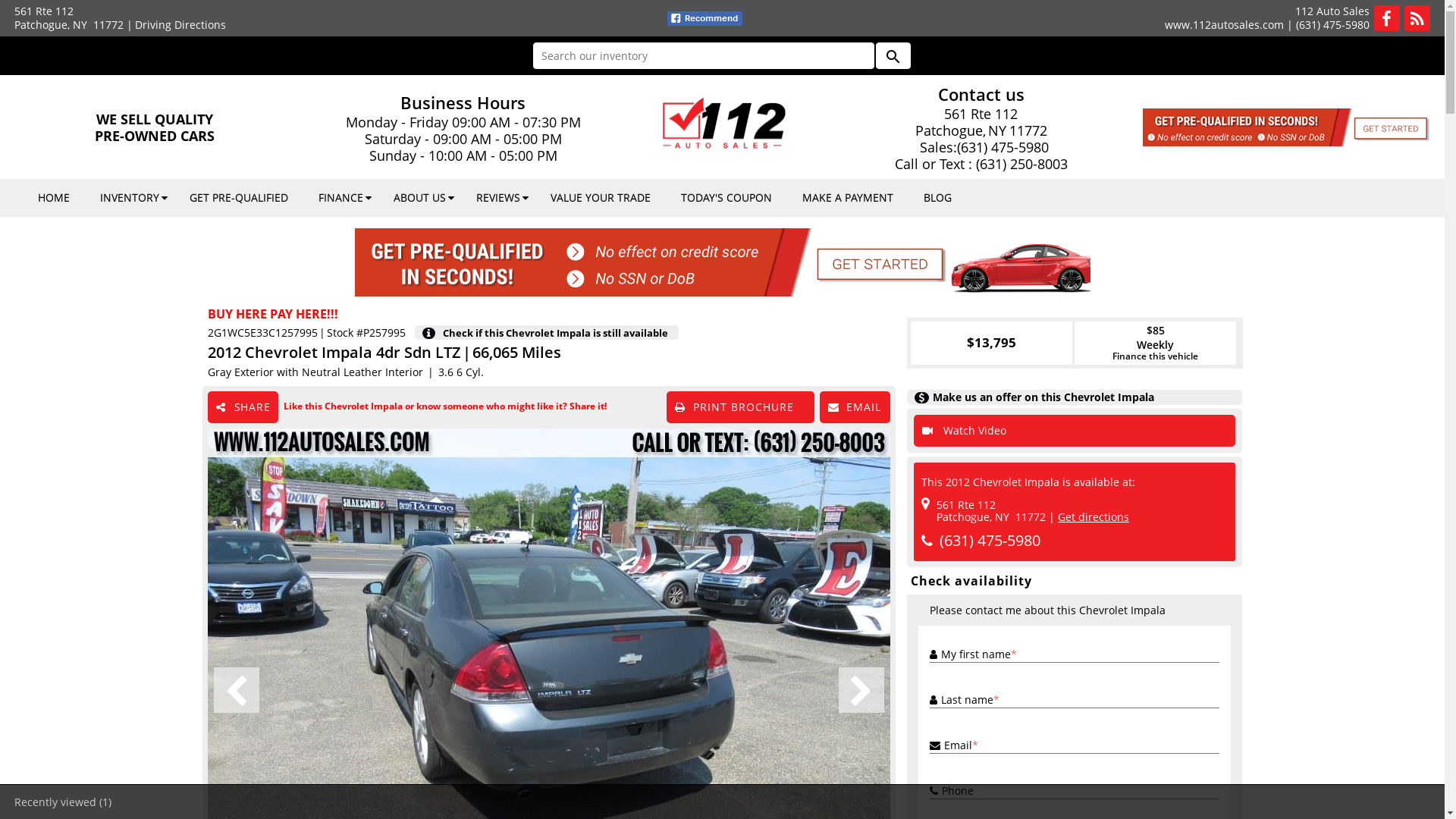 This screenshot has height=819, width=1456. I want to click on 'Sales:(631) 475-5980', so click(981, 146).